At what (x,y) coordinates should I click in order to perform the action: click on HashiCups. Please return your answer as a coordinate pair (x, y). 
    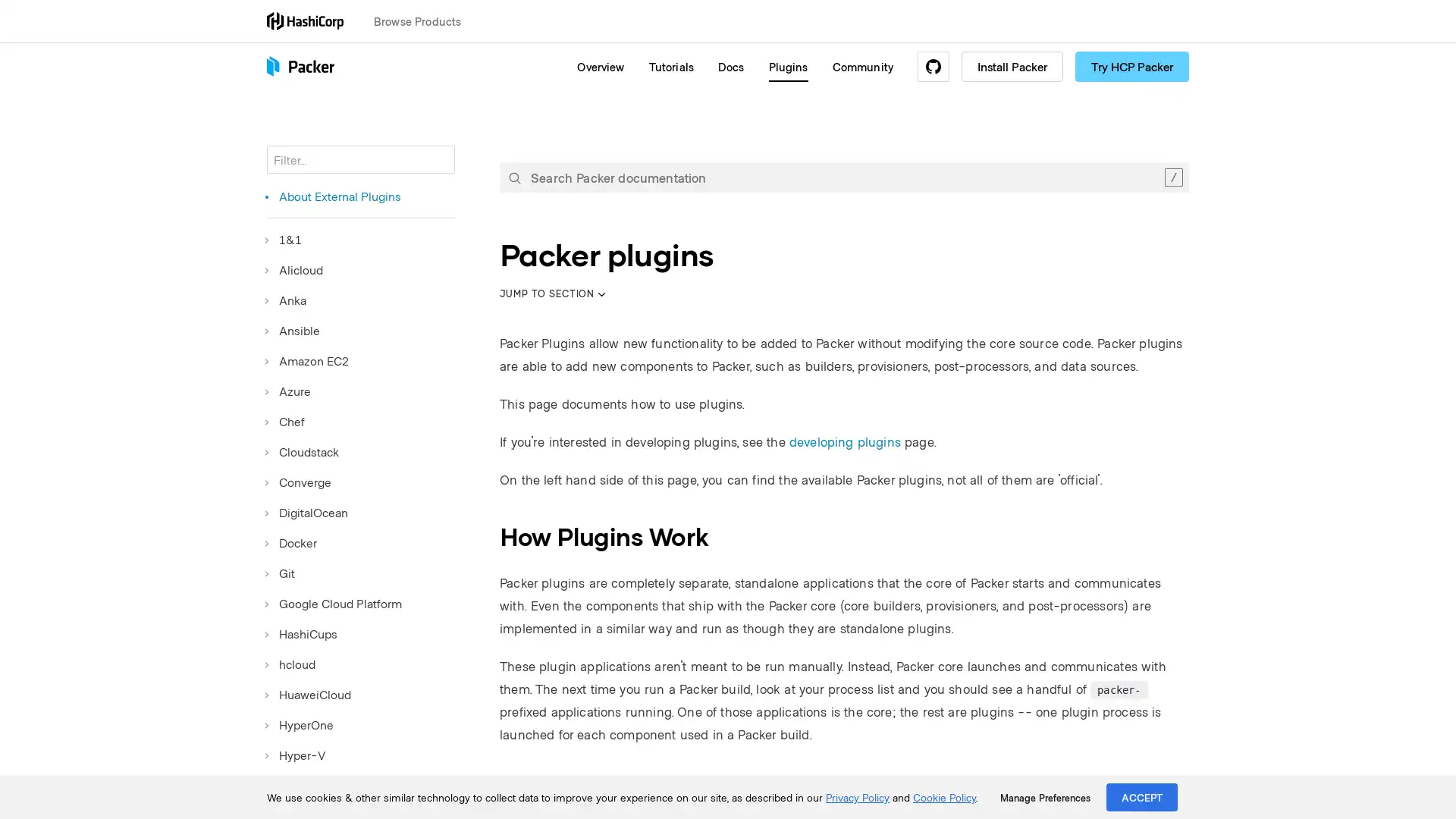
    Looking at the image, I should click on (302, 634).